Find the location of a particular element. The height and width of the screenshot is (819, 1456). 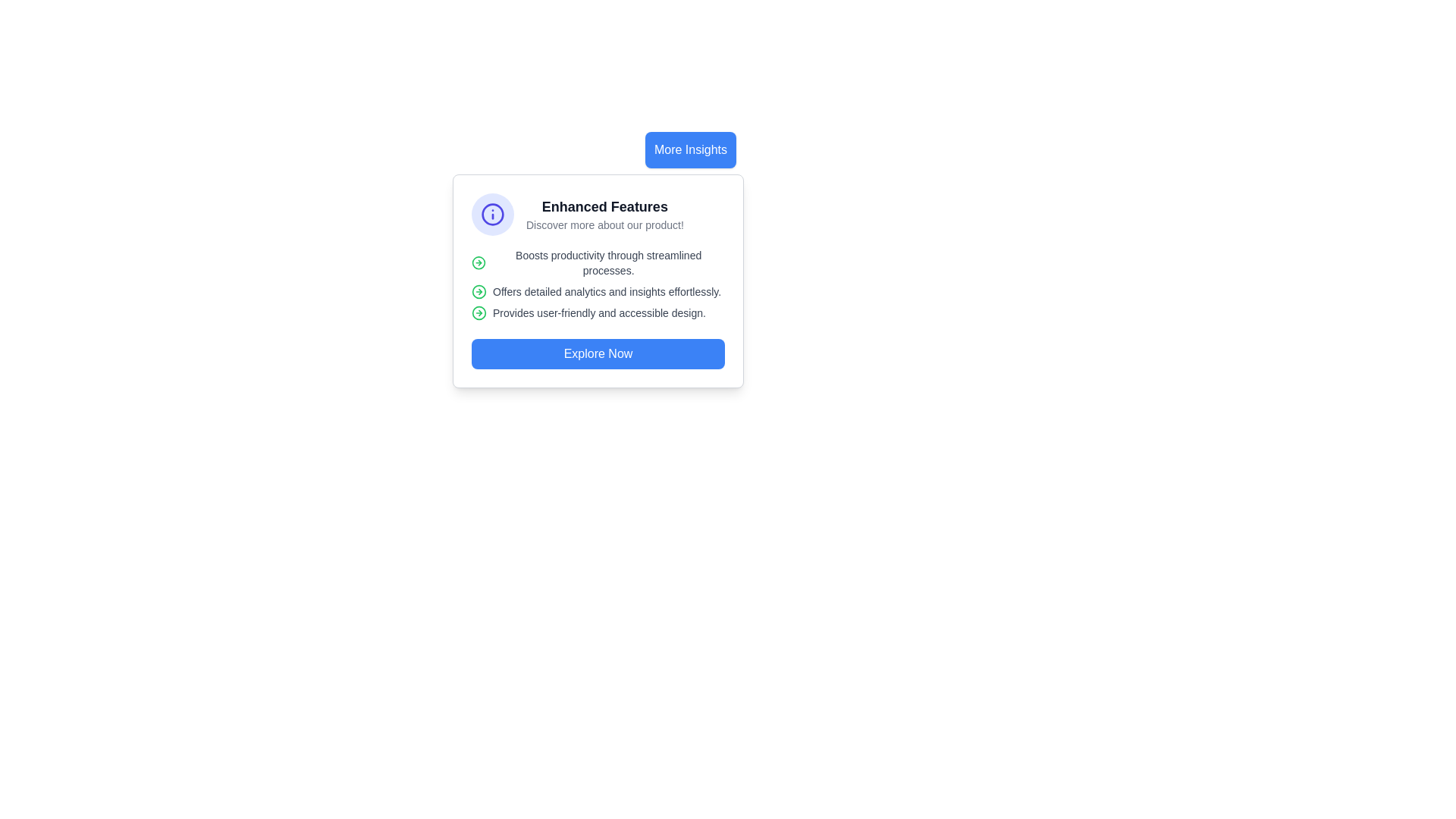

the first icon in the horizontal arrangement that draws attention to the descriptive text 'Boosts productivity through streamlined processes.' is located at coordinates (478, 262).